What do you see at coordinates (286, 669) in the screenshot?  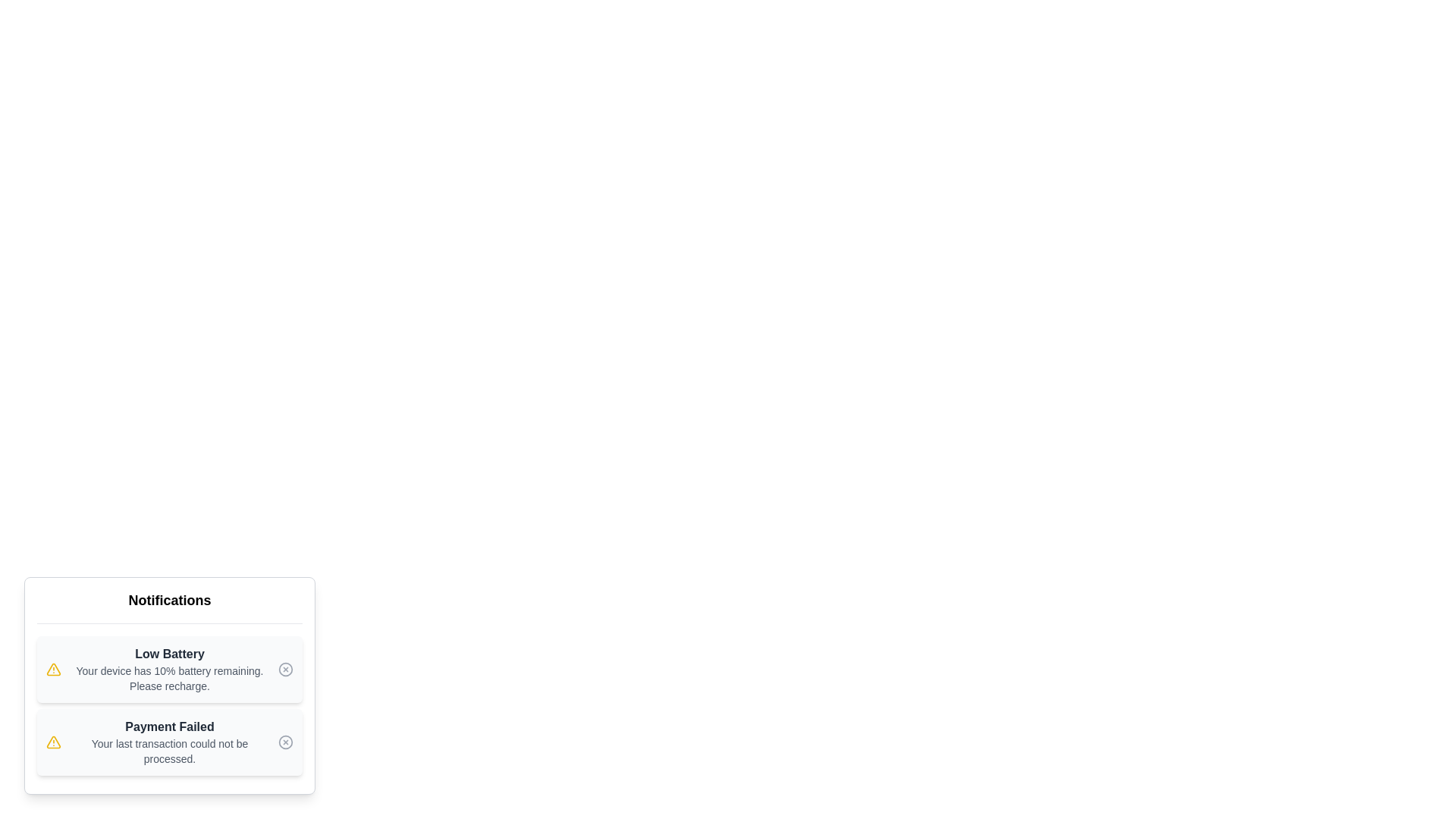 I see `the circular icon in the second notification box to the right of the accompanying text, which indicates a failure or error` at bounding box center [286, 669].